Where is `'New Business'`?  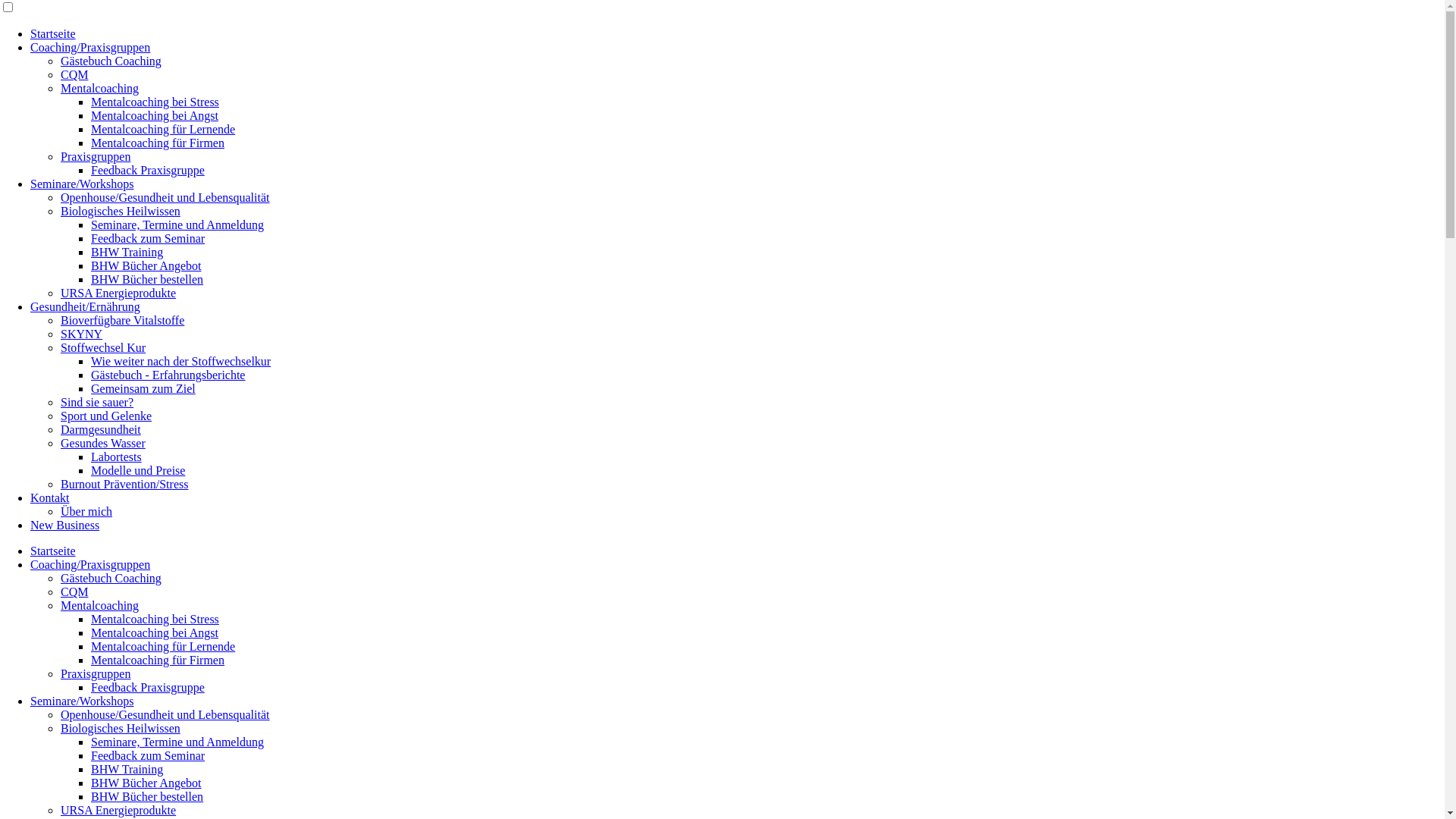
'New Business' is located at coordinates (64, 524).